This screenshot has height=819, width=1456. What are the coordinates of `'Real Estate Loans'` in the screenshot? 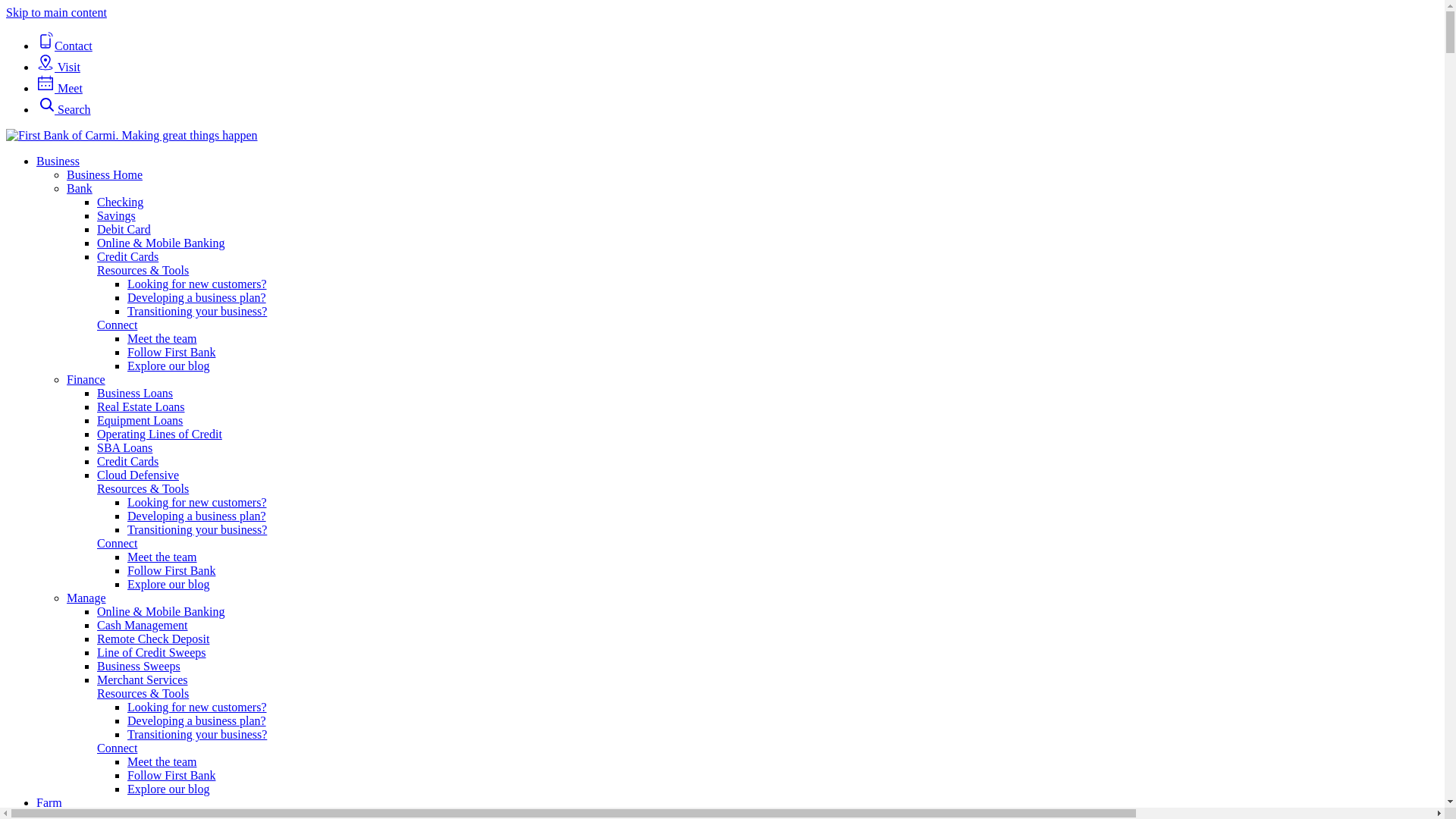 It's located at (141, 406).